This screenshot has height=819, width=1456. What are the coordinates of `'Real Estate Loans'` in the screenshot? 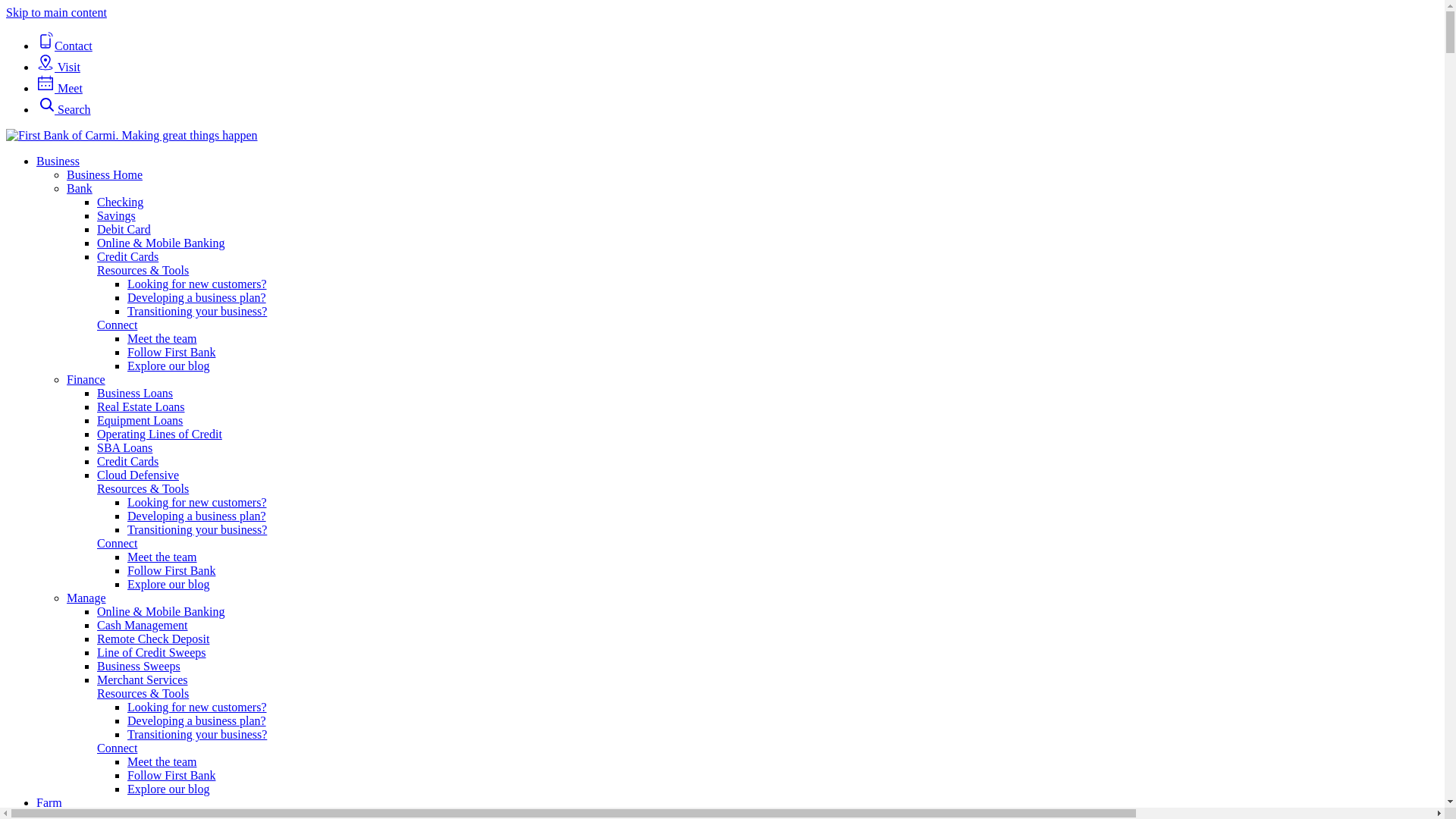 It's located at (141, 406).